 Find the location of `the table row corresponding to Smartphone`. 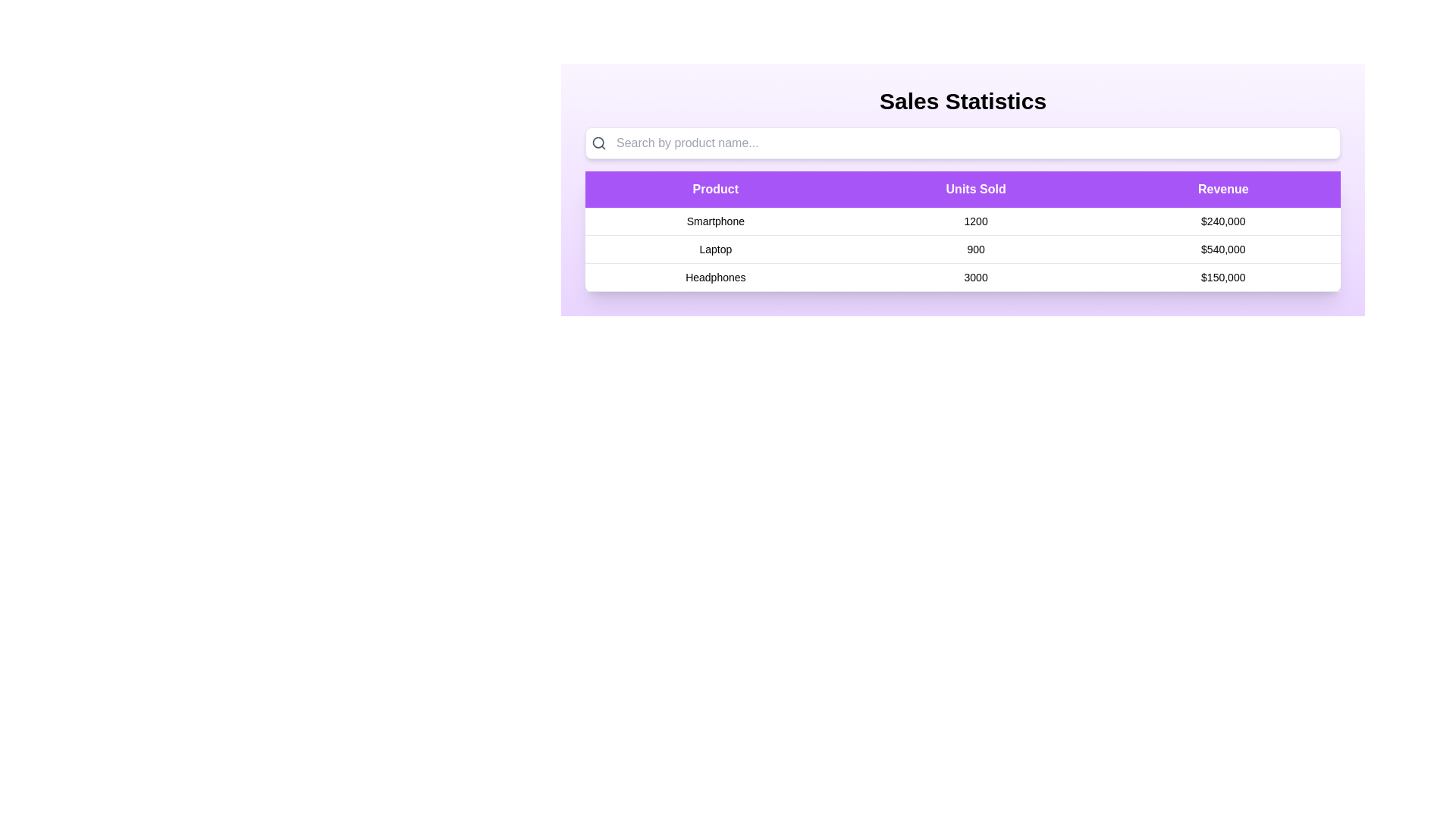

the table row corresponding to Smartphone is located at coordinates (714, 221).